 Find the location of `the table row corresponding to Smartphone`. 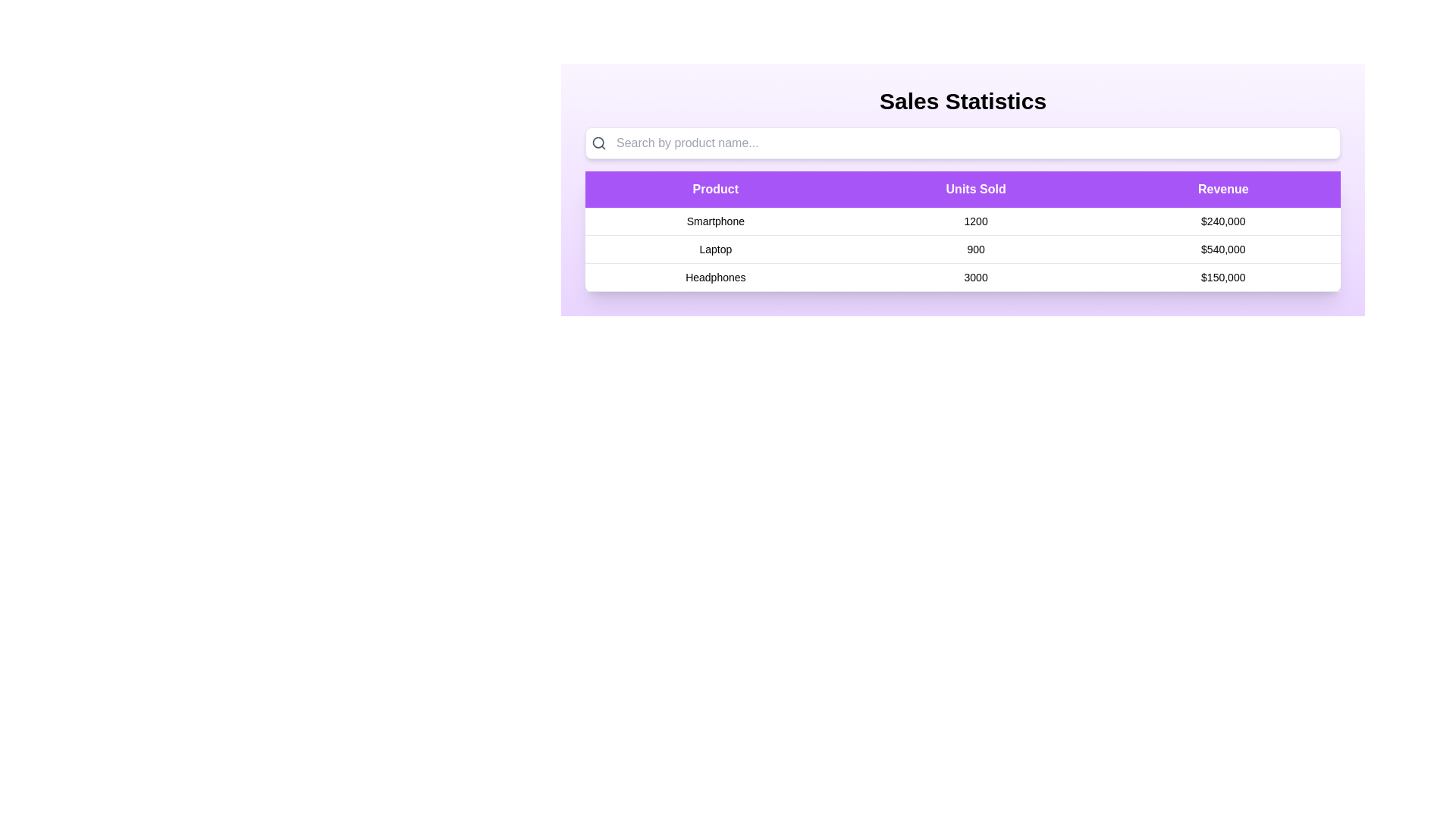

the table row corresponding to Smartphone is located at coordinates (714, 221).